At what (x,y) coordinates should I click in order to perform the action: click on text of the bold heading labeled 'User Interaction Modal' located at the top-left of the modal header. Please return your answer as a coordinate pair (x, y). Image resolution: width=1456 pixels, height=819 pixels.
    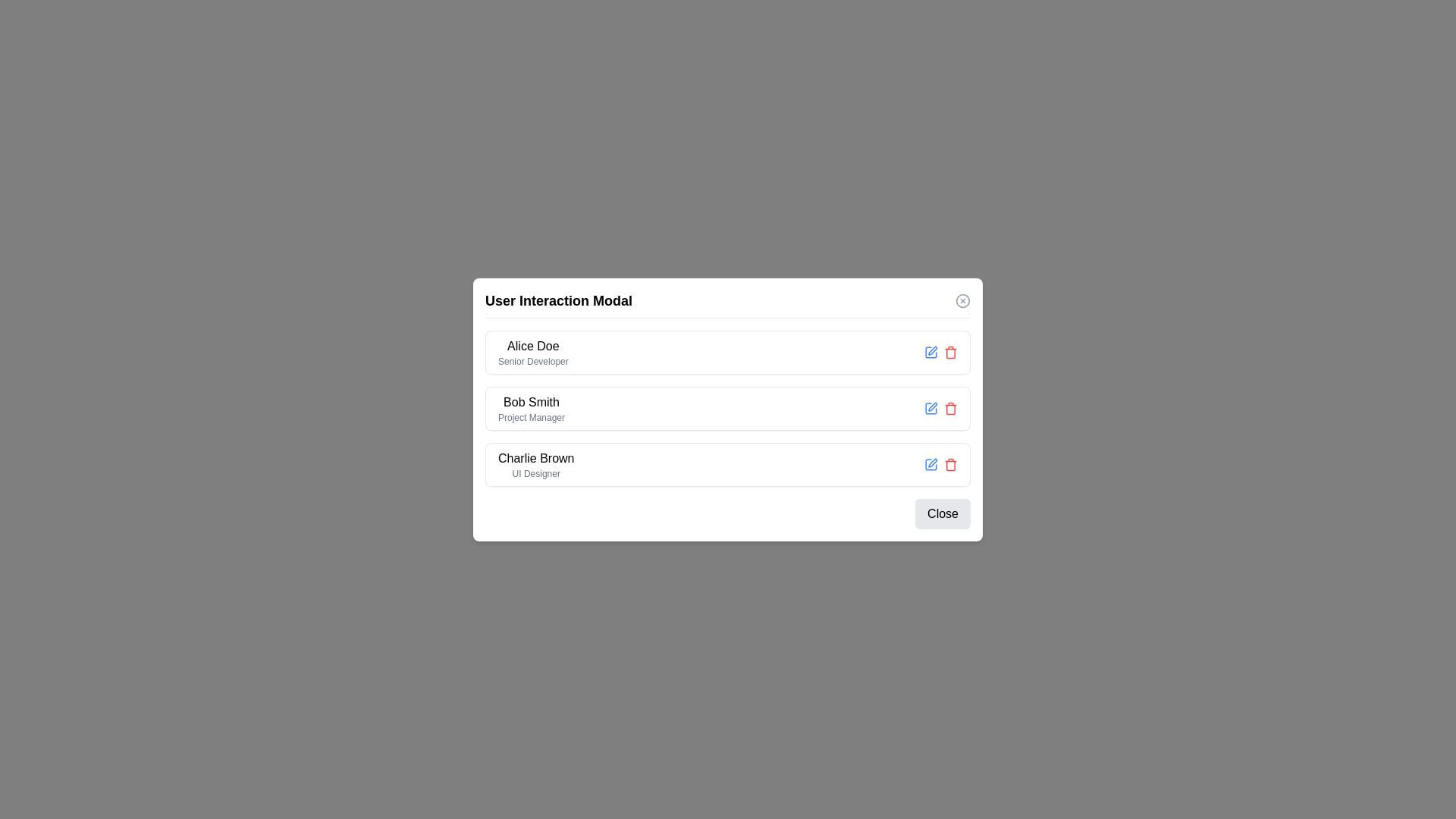
    Looking at the image, I should click on (558, 300).